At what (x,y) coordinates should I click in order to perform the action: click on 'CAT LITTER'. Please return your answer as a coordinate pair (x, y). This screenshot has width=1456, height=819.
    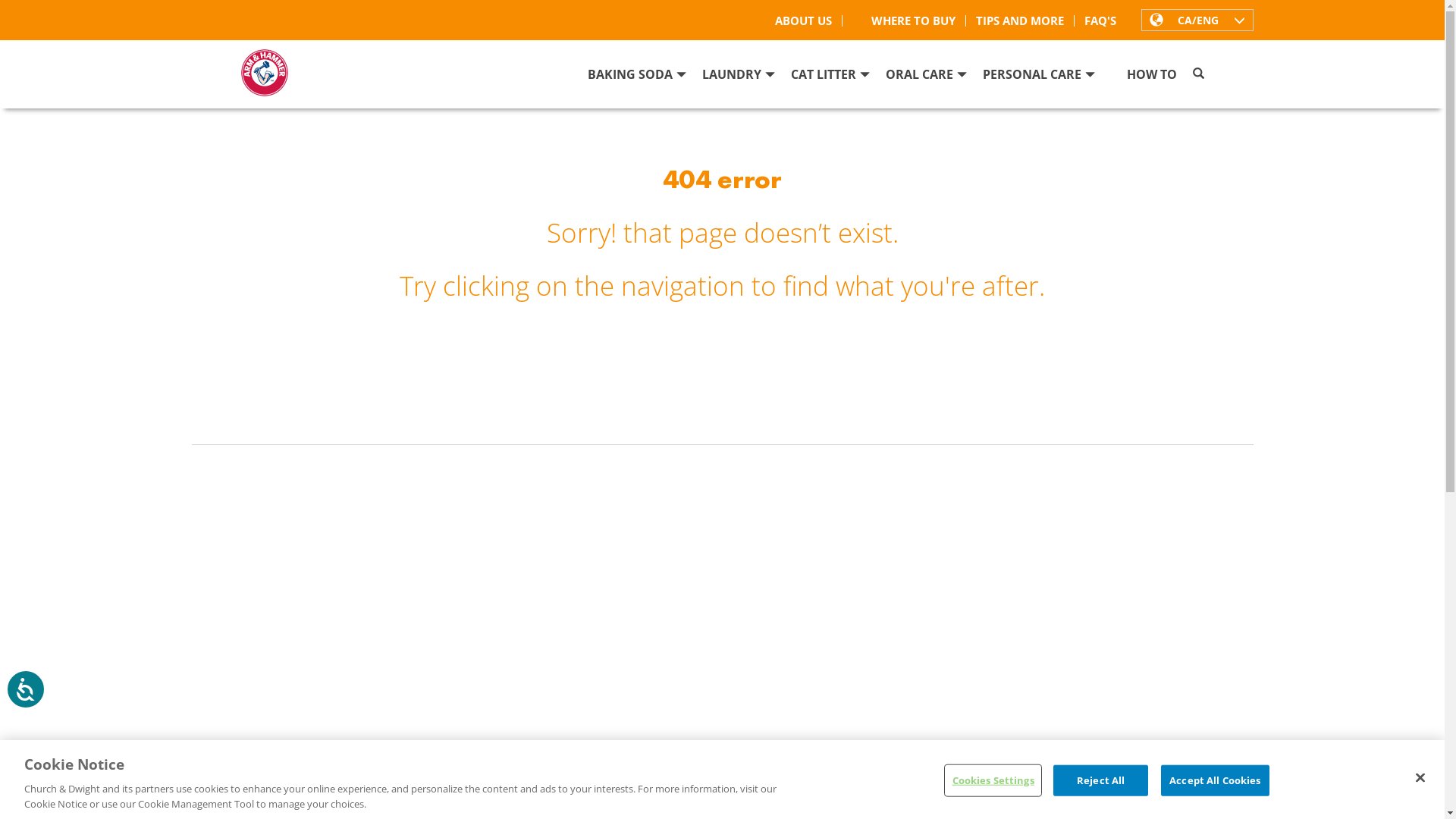
    Looking at the image, I should click on (829, 79).